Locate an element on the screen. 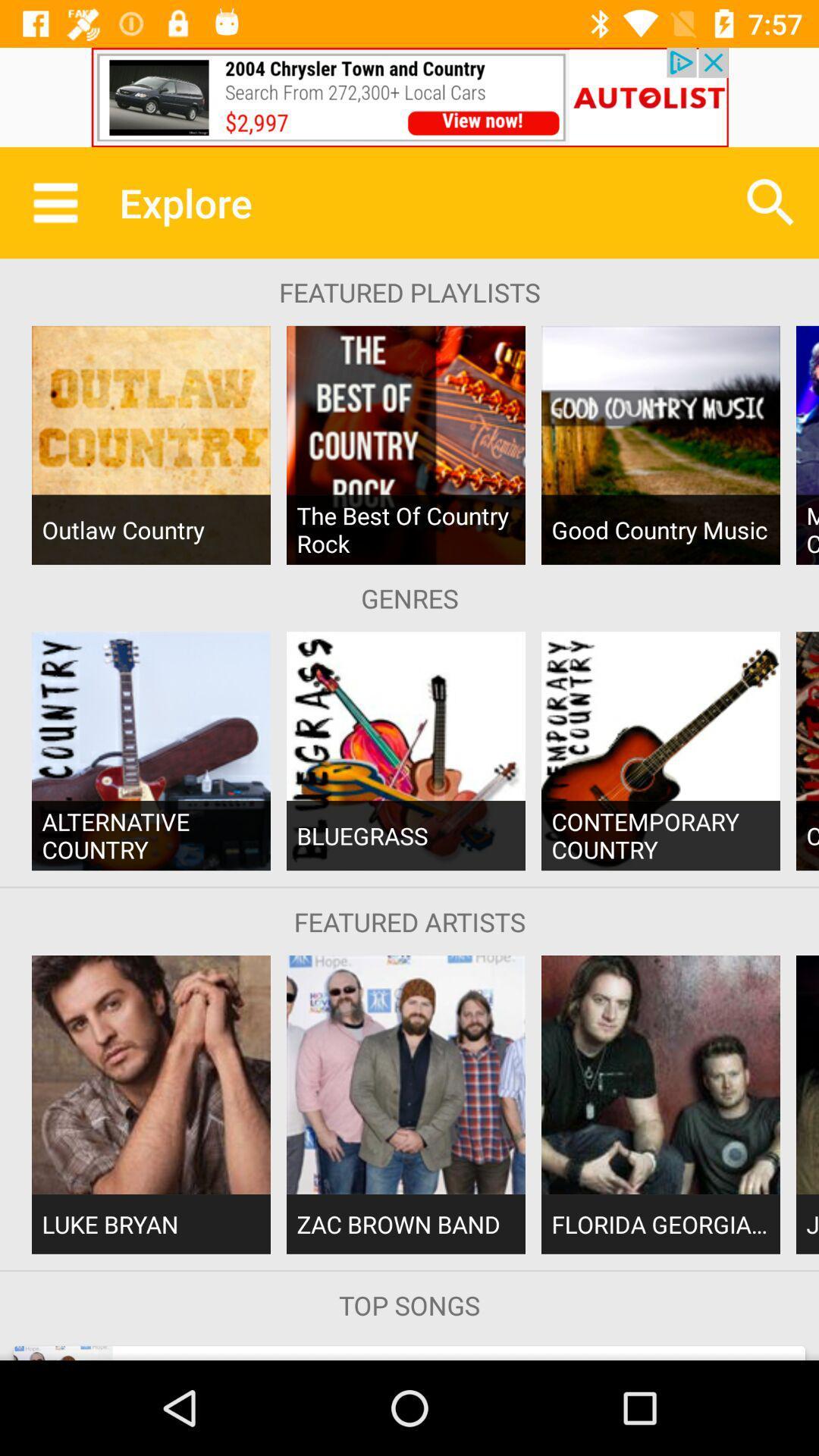 The image size is (819, 1456). the advertisement is located at coordinates (409, 96).